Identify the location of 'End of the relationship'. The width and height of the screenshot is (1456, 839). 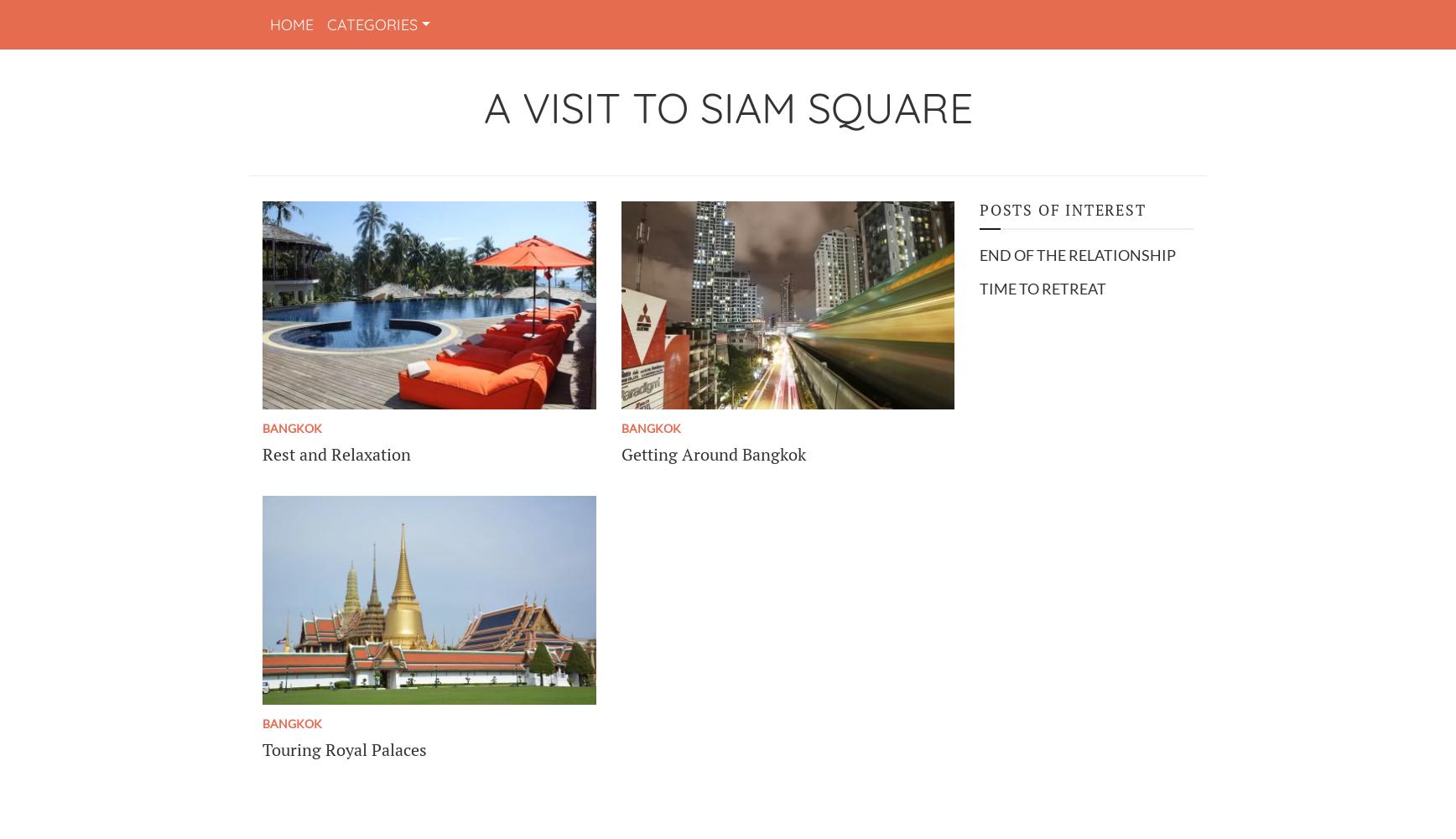
(1077, 254).